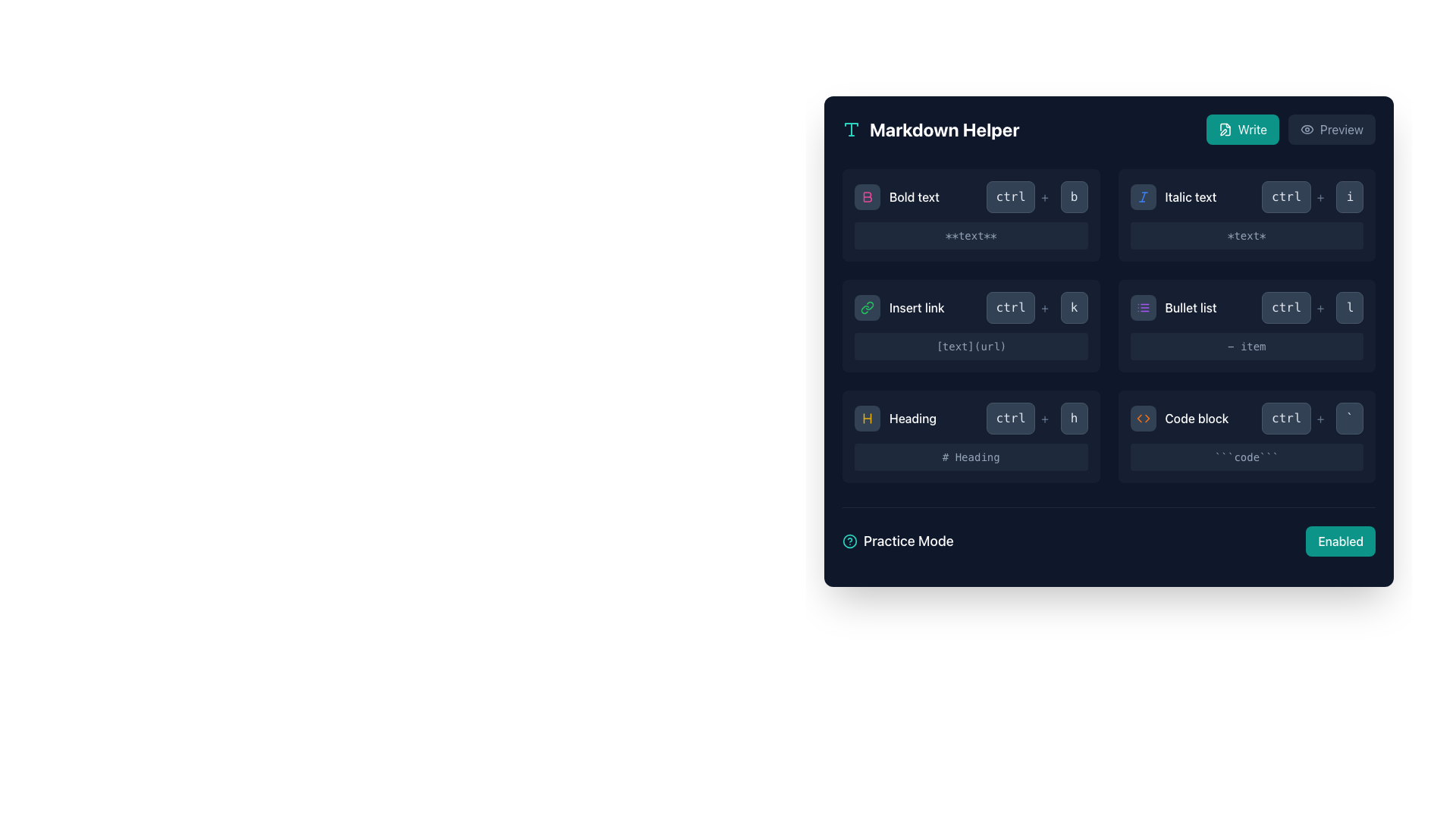  I want to click on the button labeled 'ctrl', which is a dark slate gray rectangular component with rounded corners, located in the 'Insert link' row near the top right corner of the highlighted card, so click(1010, 307).